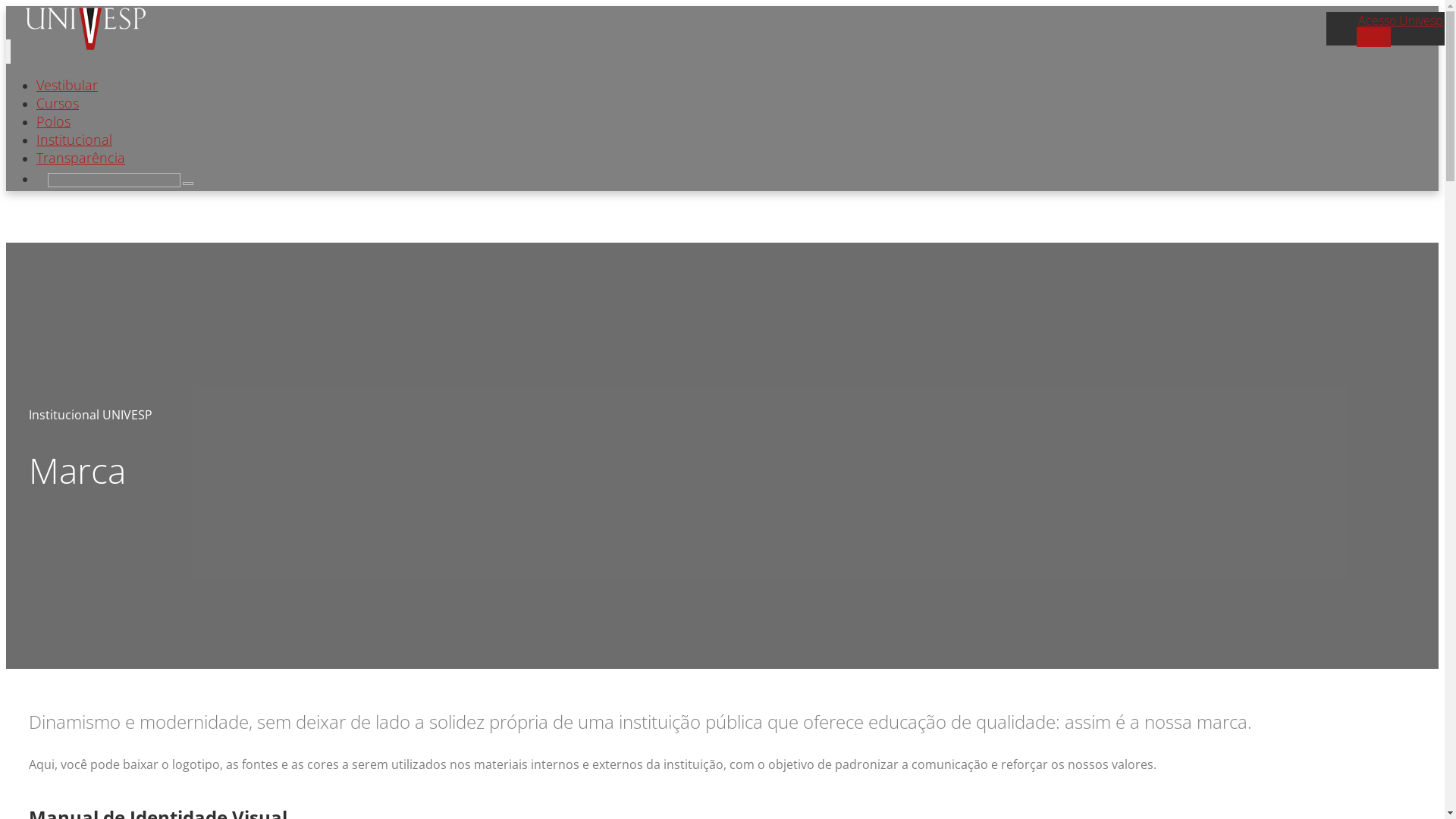  What do you see at coordinates (1400, 20) in the screenshot?
I see `'Acesso Univesp'` at bounding box center [1400, 20].